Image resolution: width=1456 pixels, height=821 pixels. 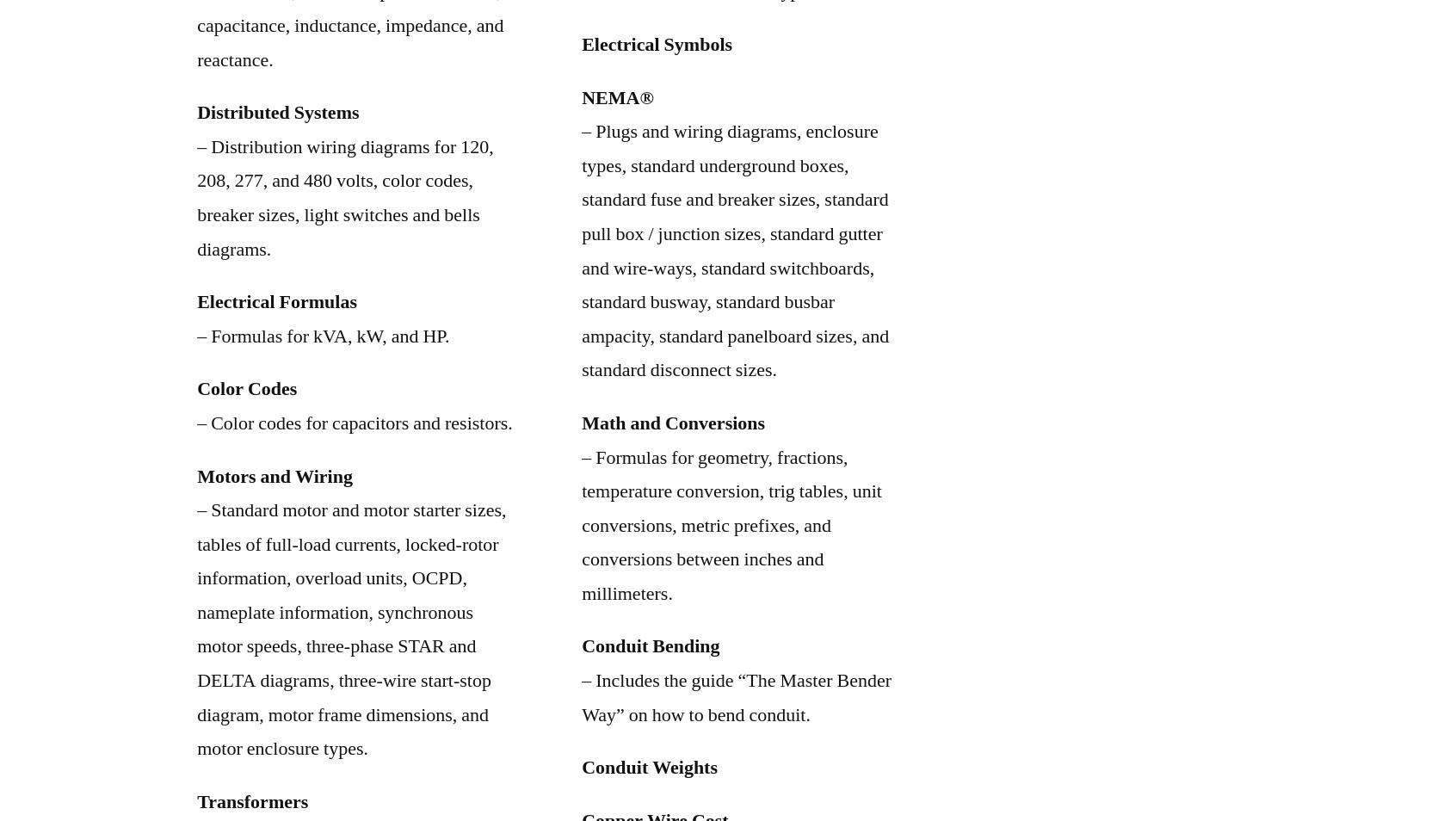 I want to click on 'NEMA®', so click(x=616, y=96).